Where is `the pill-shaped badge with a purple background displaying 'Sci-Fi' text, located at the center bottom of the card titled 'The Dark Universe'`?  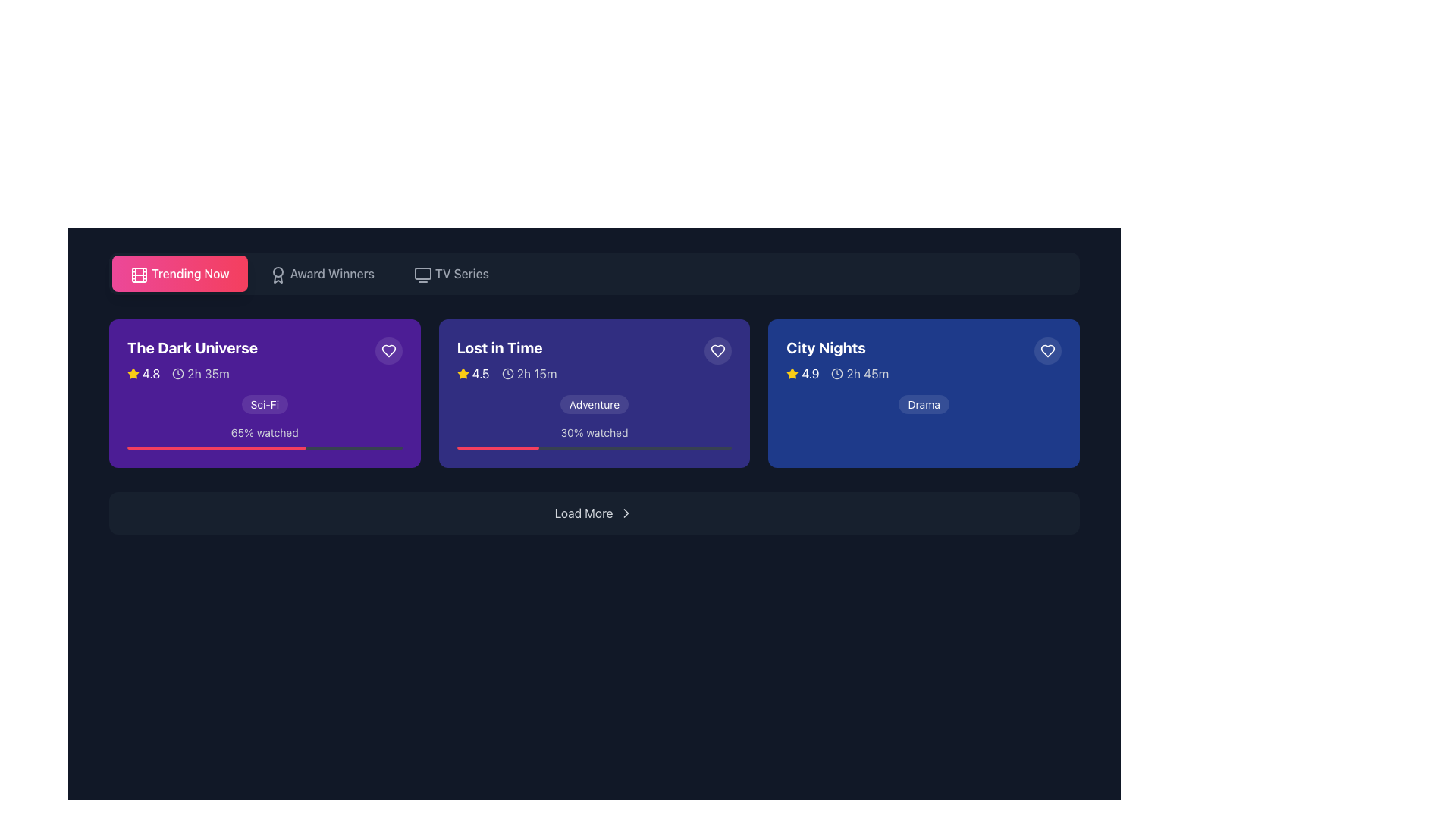
the pill-shaped badge with a purple background displaying 'Sci-Fi' text, located at the center bottom of the card titled 'The Dark Universe' is located at coordinates (265, 403).